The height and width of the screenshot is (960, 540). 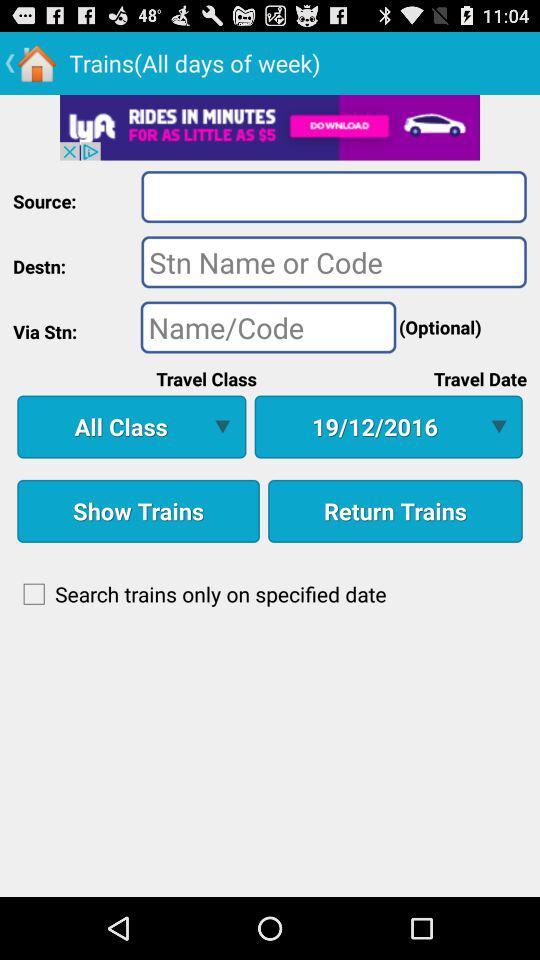 I want to click on area, so click(x=334, y=196).